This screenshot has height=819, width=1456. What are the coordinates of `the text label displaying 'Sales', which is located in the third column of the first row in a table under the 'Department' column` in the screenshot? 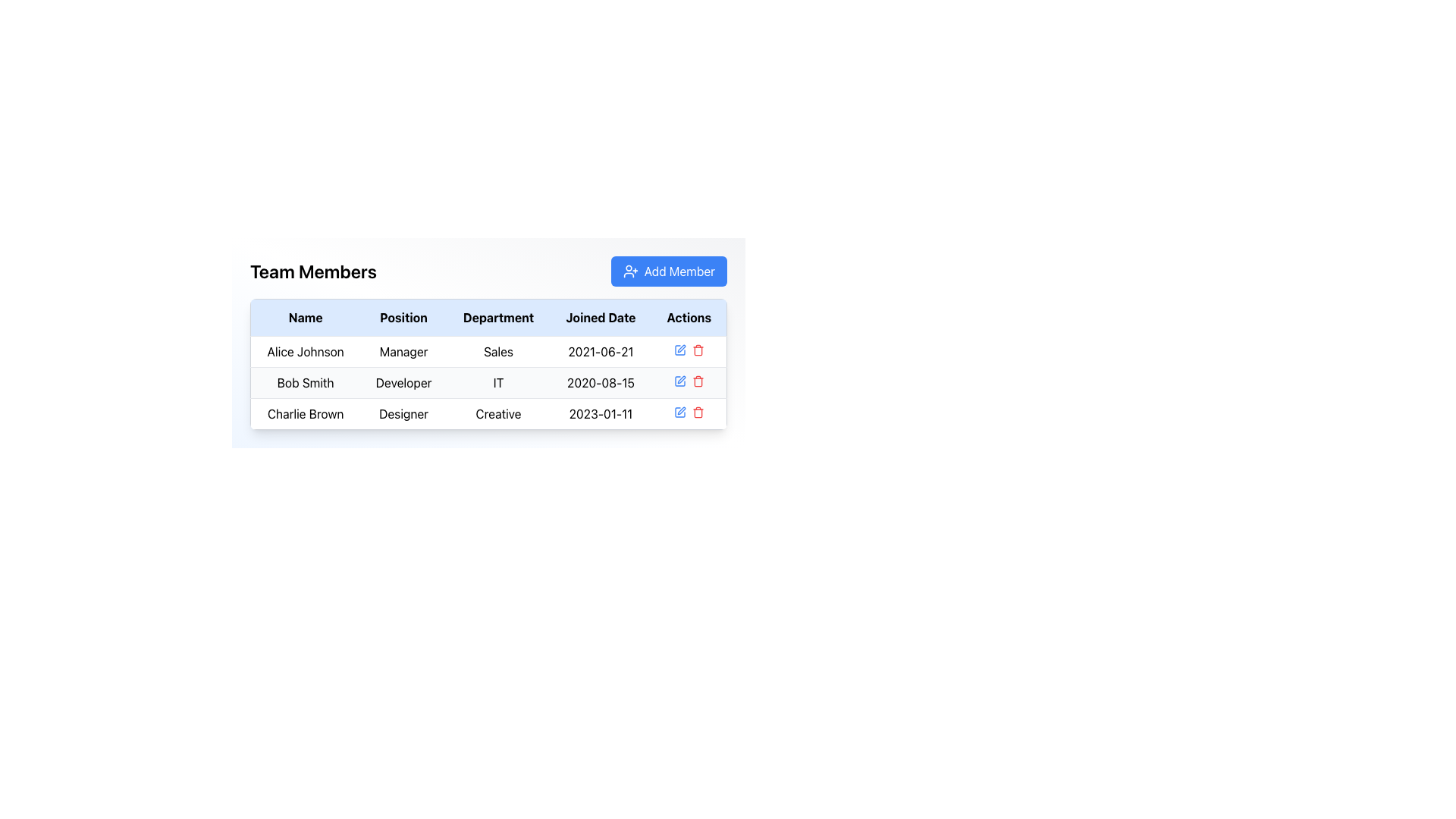 It's located at (498, 351).